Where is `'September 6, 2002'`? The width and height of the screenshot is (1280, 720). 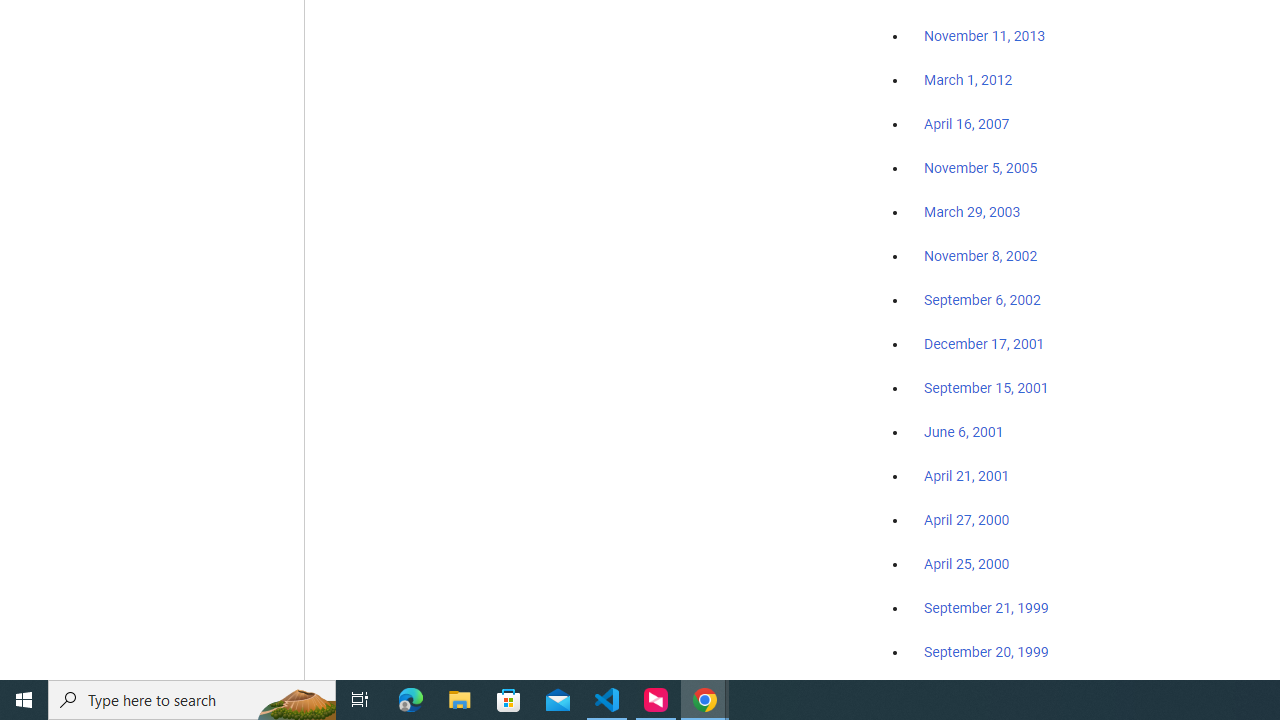 'September 6, 2002' is located at coordinates (982, 299).